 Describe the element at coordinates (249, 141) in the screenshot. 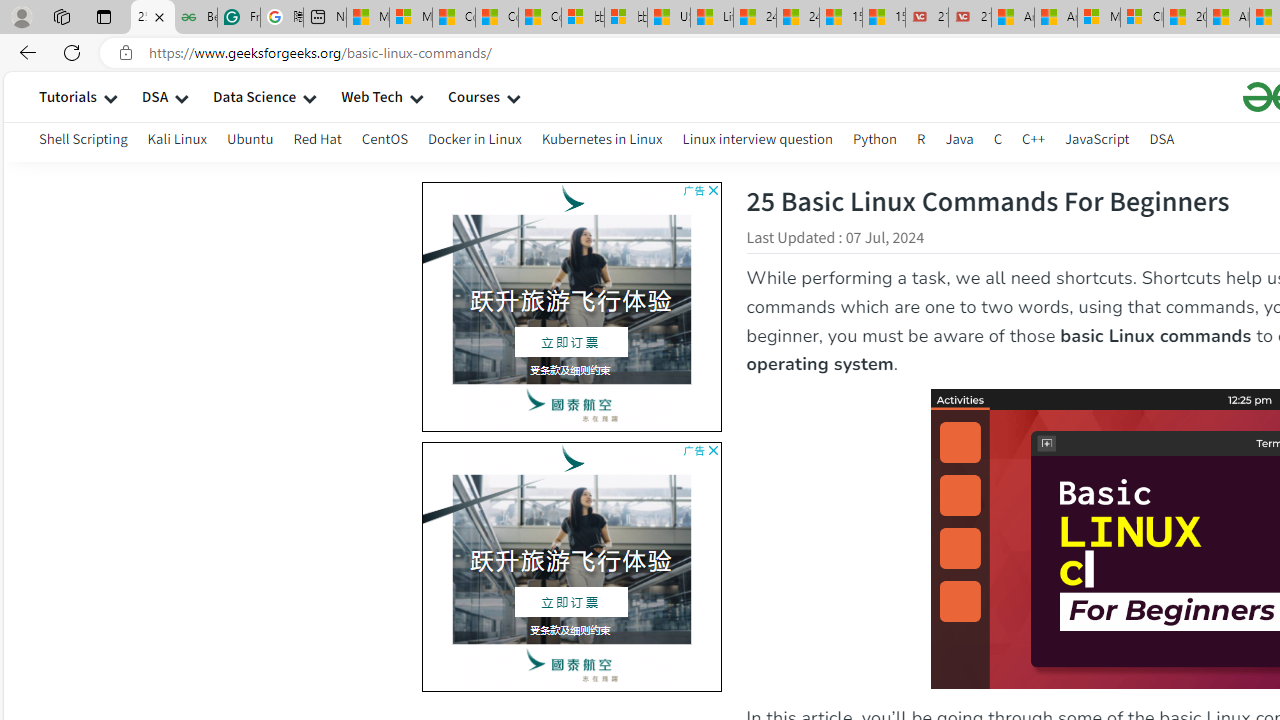

I see `'Ubuntu'` at that location.